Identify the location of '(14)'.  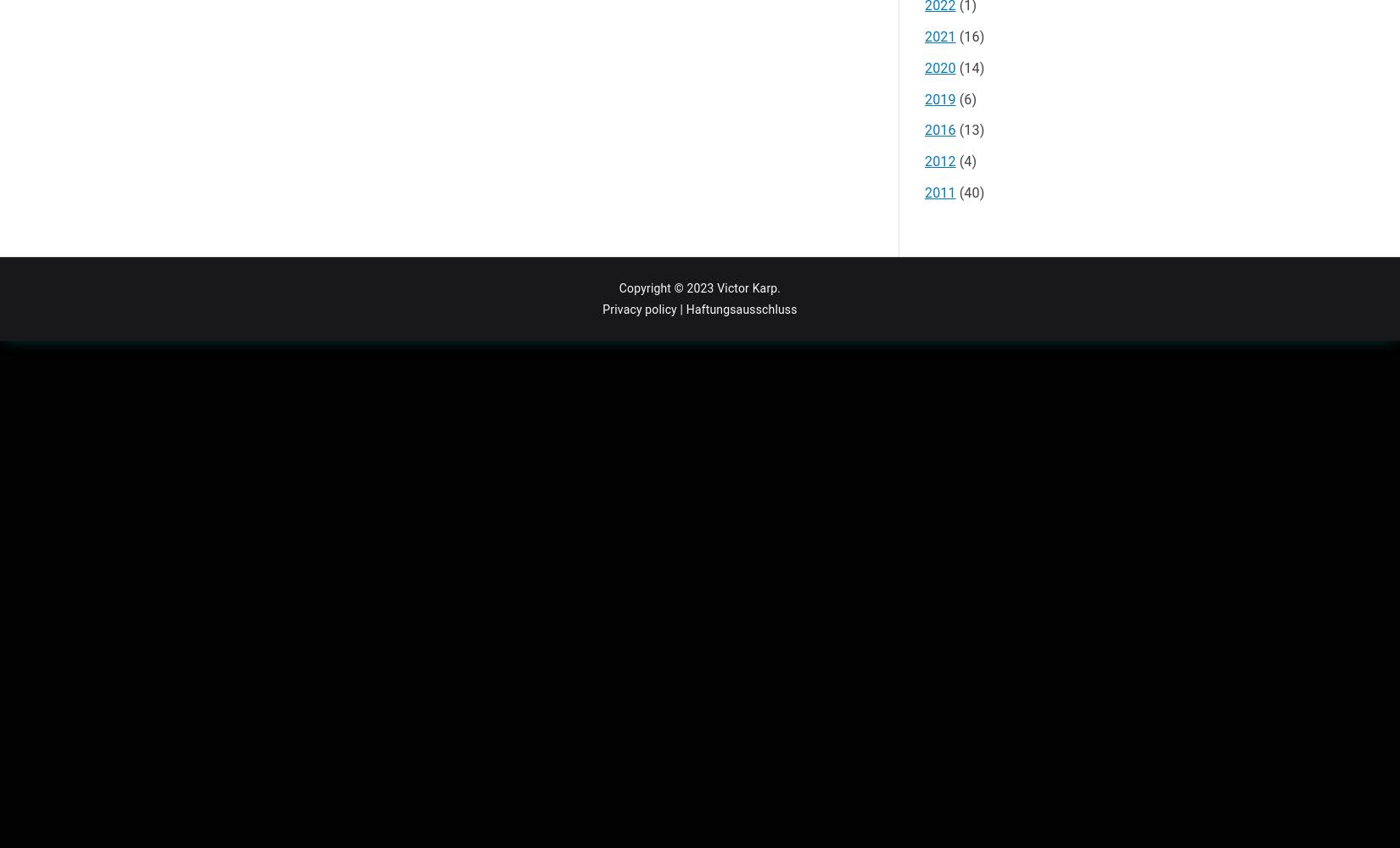
(969, 66).